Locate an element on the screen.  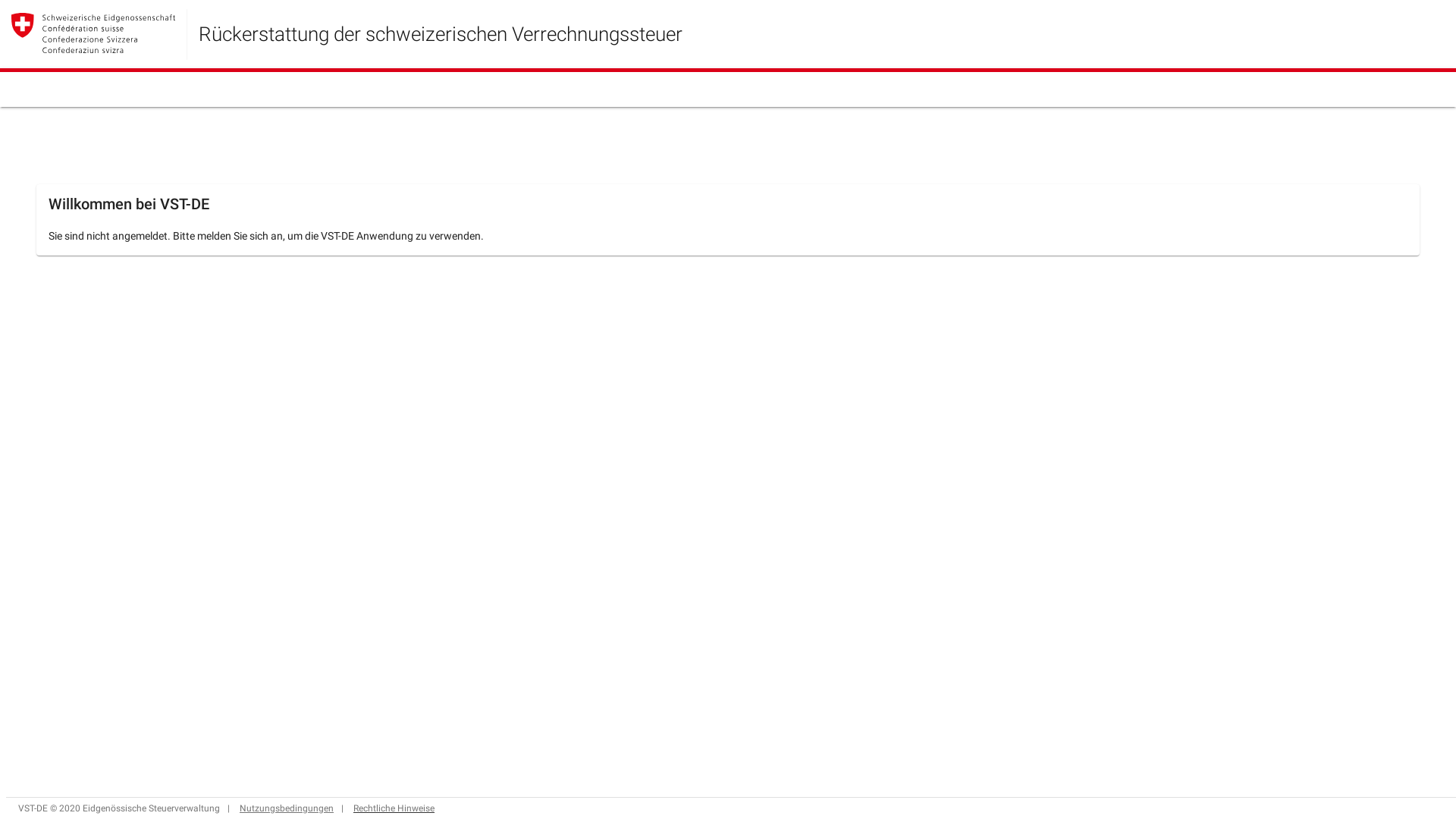
'Rechtliche Hinweise' is located at coordinates (394, 807).